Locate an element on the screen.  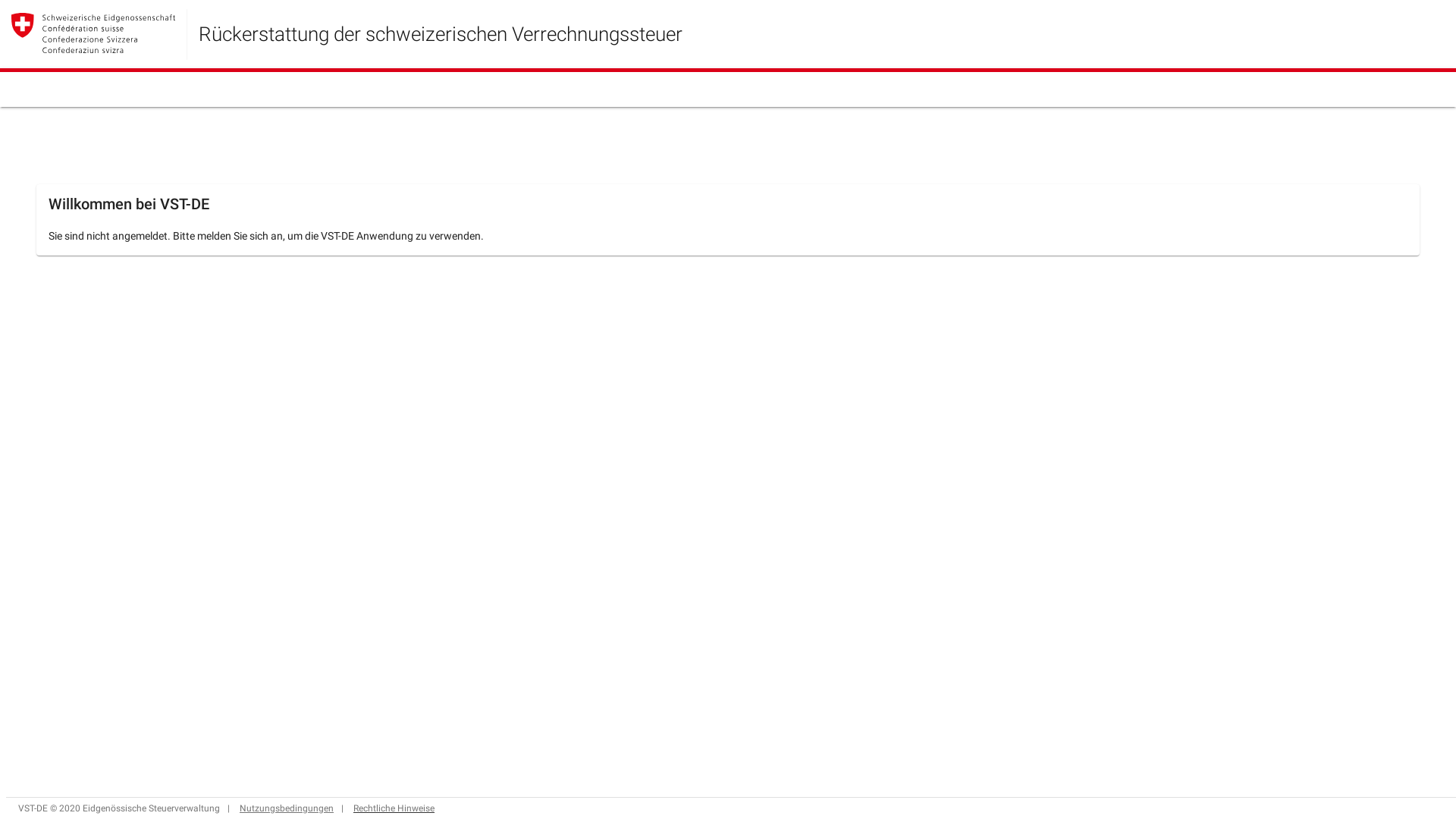
'Rechtliche Hinweise' is located at coordinates (394, 807).